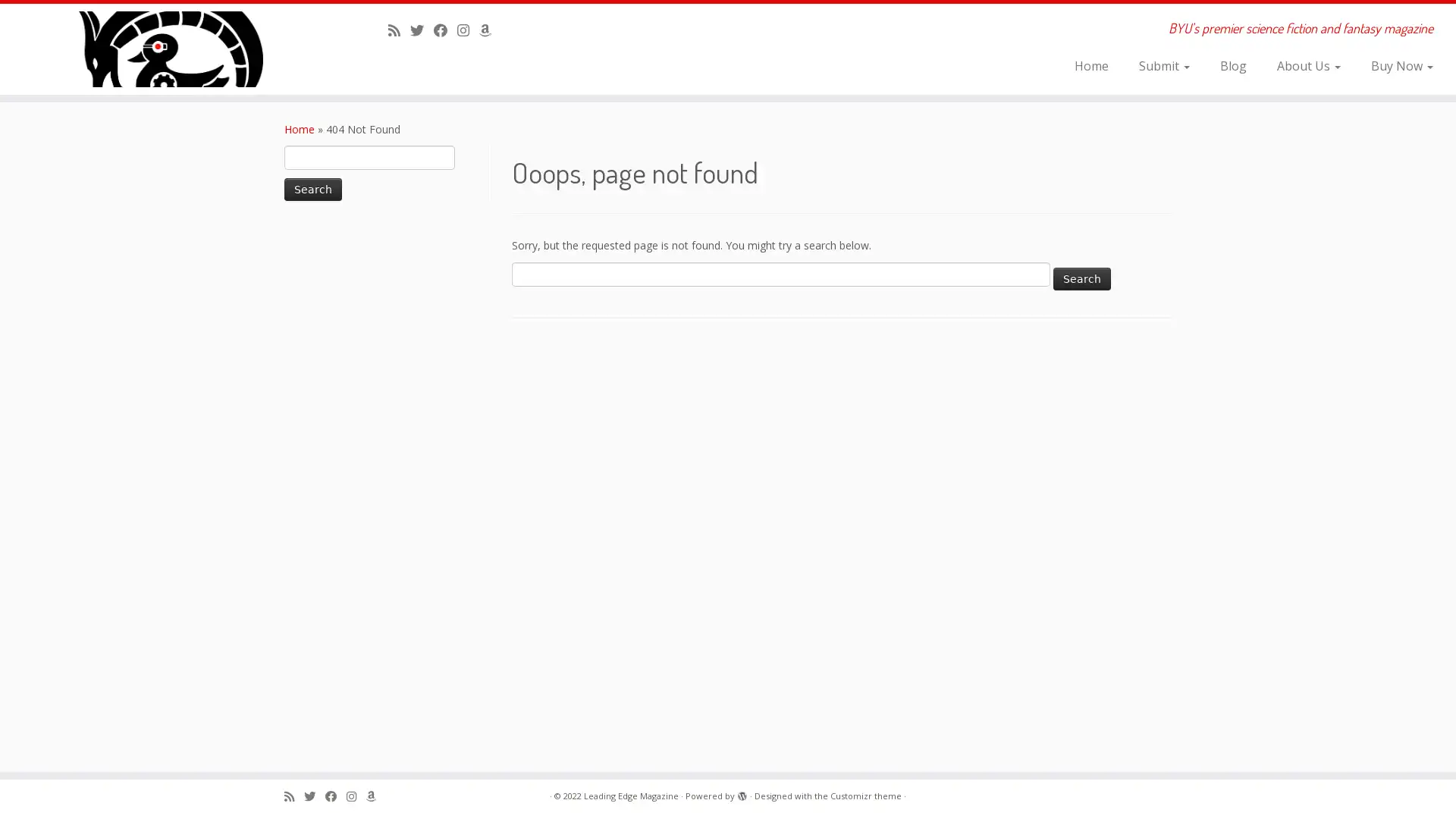 Image resolution: width=1456 pixels, height=819 pixels. Describe the element at coordinates (1081, 278) in the screenshot. I see `Search` at that location.